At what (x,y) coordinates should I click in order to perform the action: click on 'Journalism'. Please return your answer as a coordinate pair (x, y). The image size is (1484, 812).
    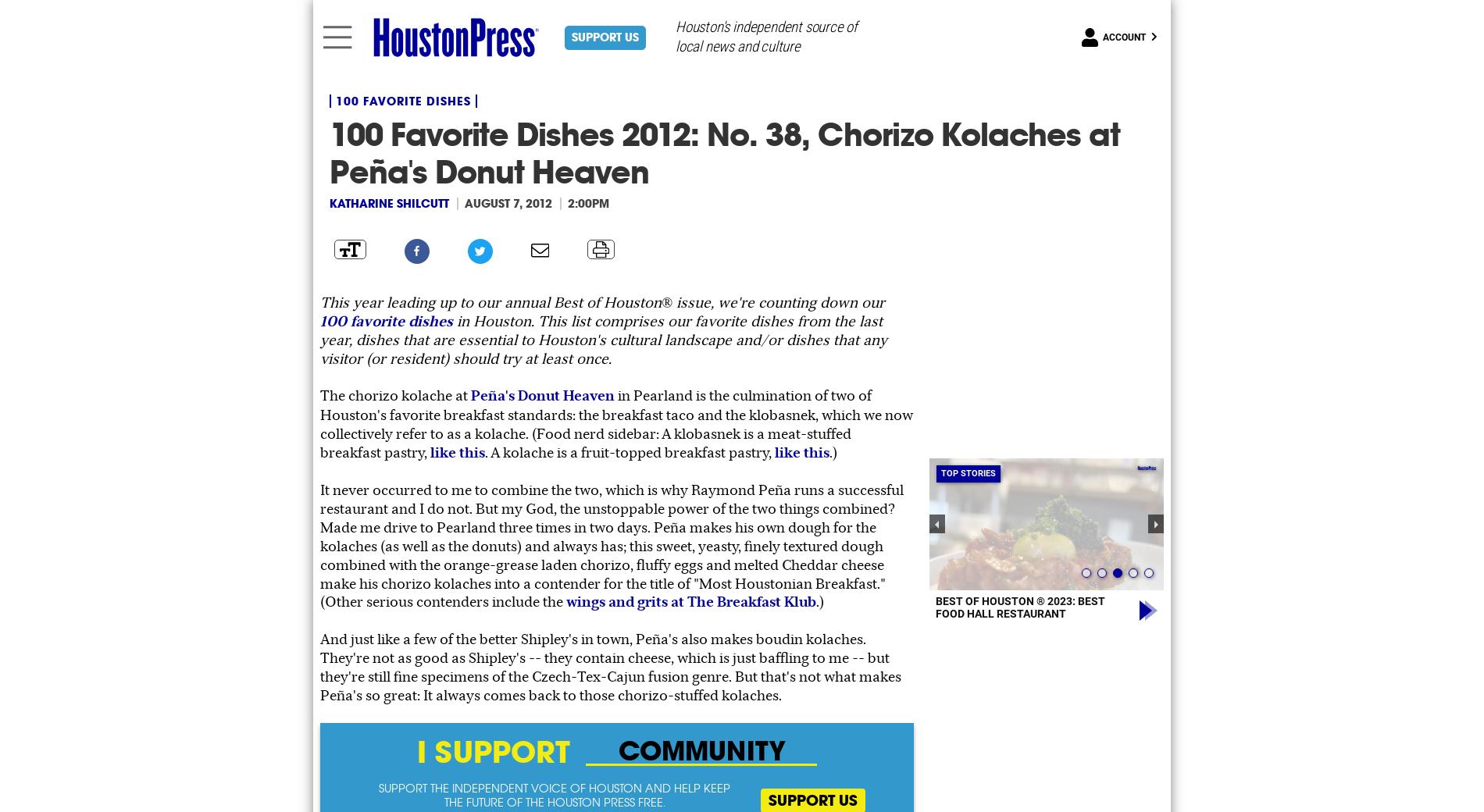
    Looking at the image, I should click on (1393, 750).